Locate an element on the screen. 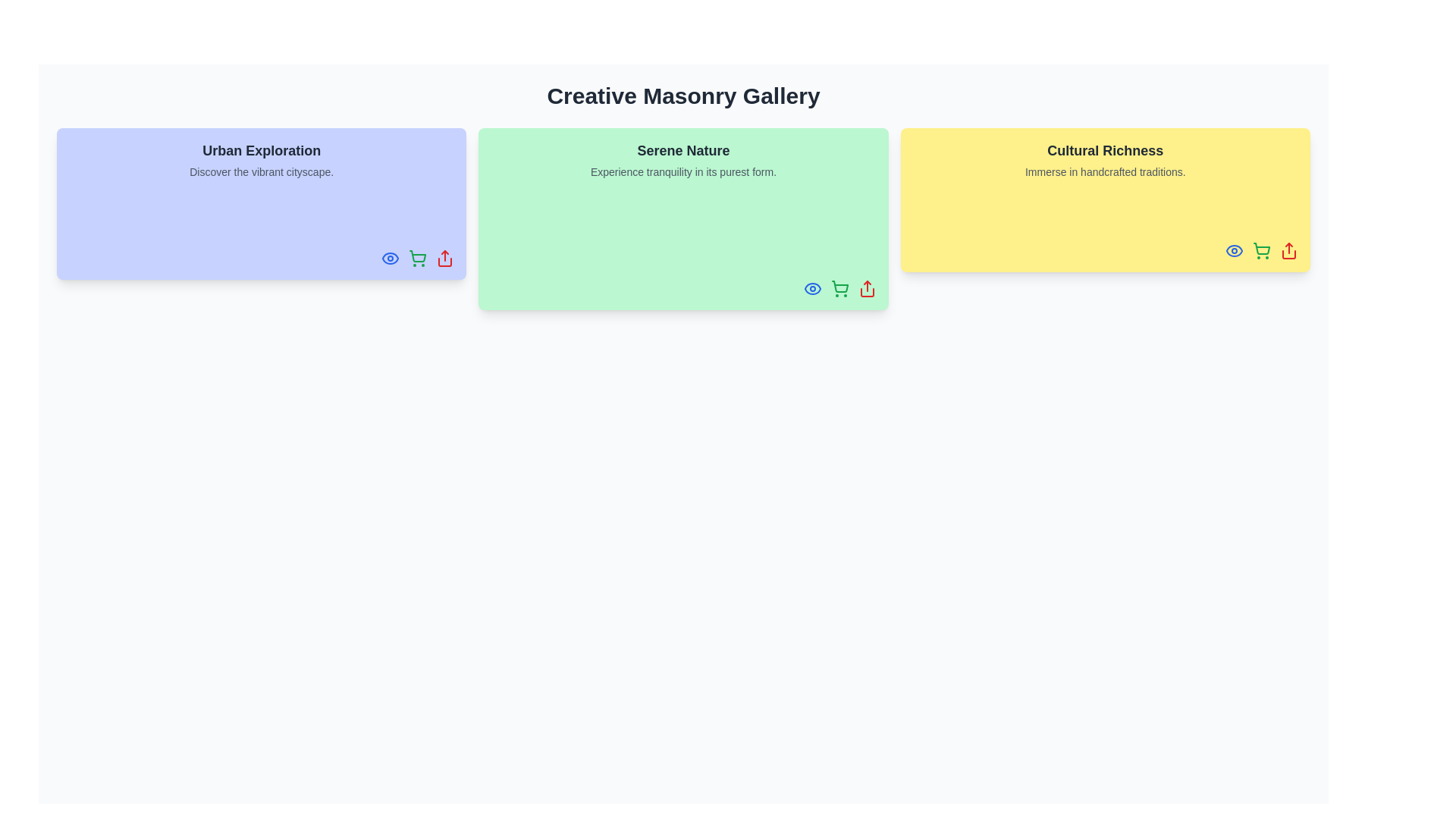 The width and height of the screenshot is (1456, 819). the green shopping cart icon located in the middle of the action bar at the bottom-right corner of the 'Cultural Richness' card is located at coordinates (1262, 250).